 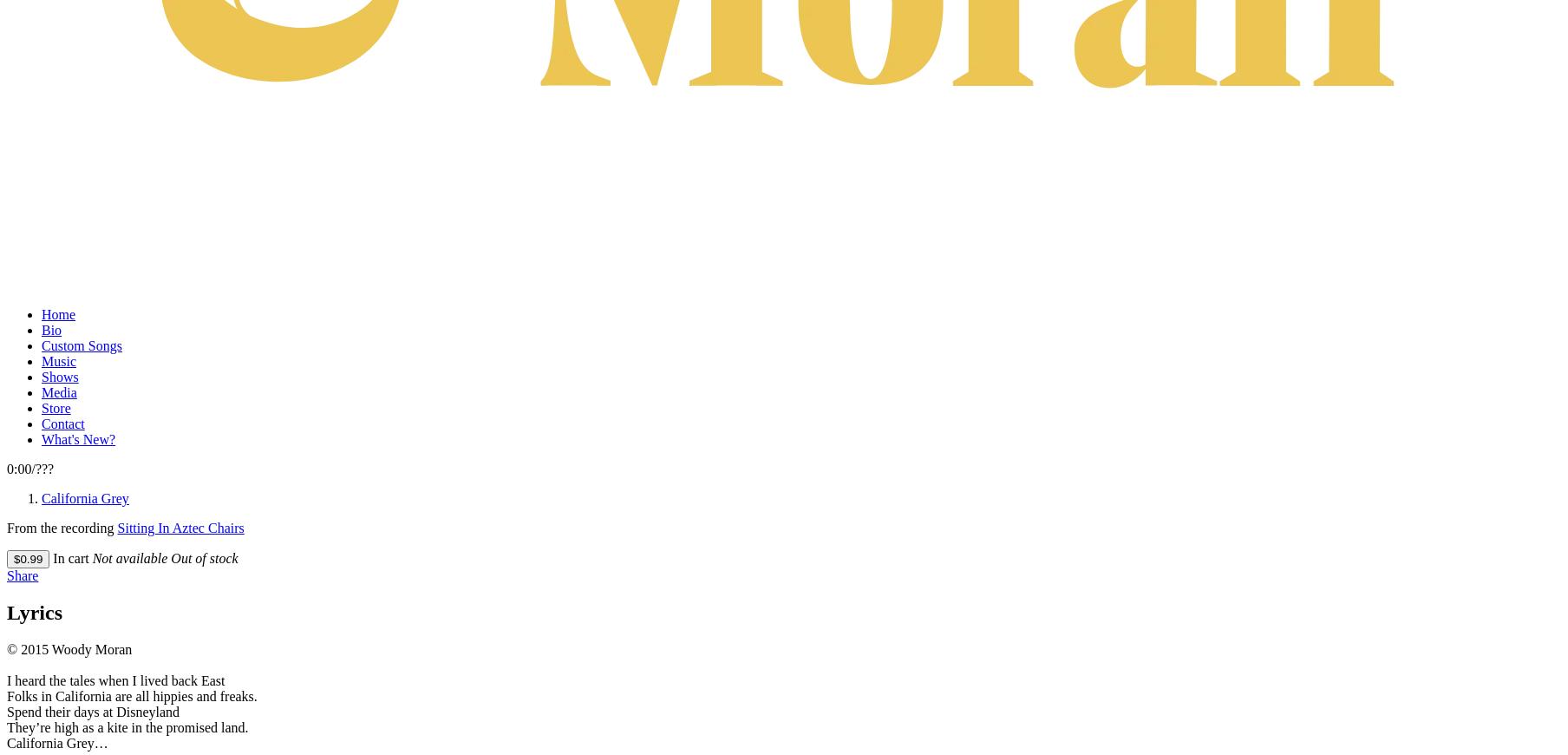 I want to click on 'Home', so click(x=58, y=313).